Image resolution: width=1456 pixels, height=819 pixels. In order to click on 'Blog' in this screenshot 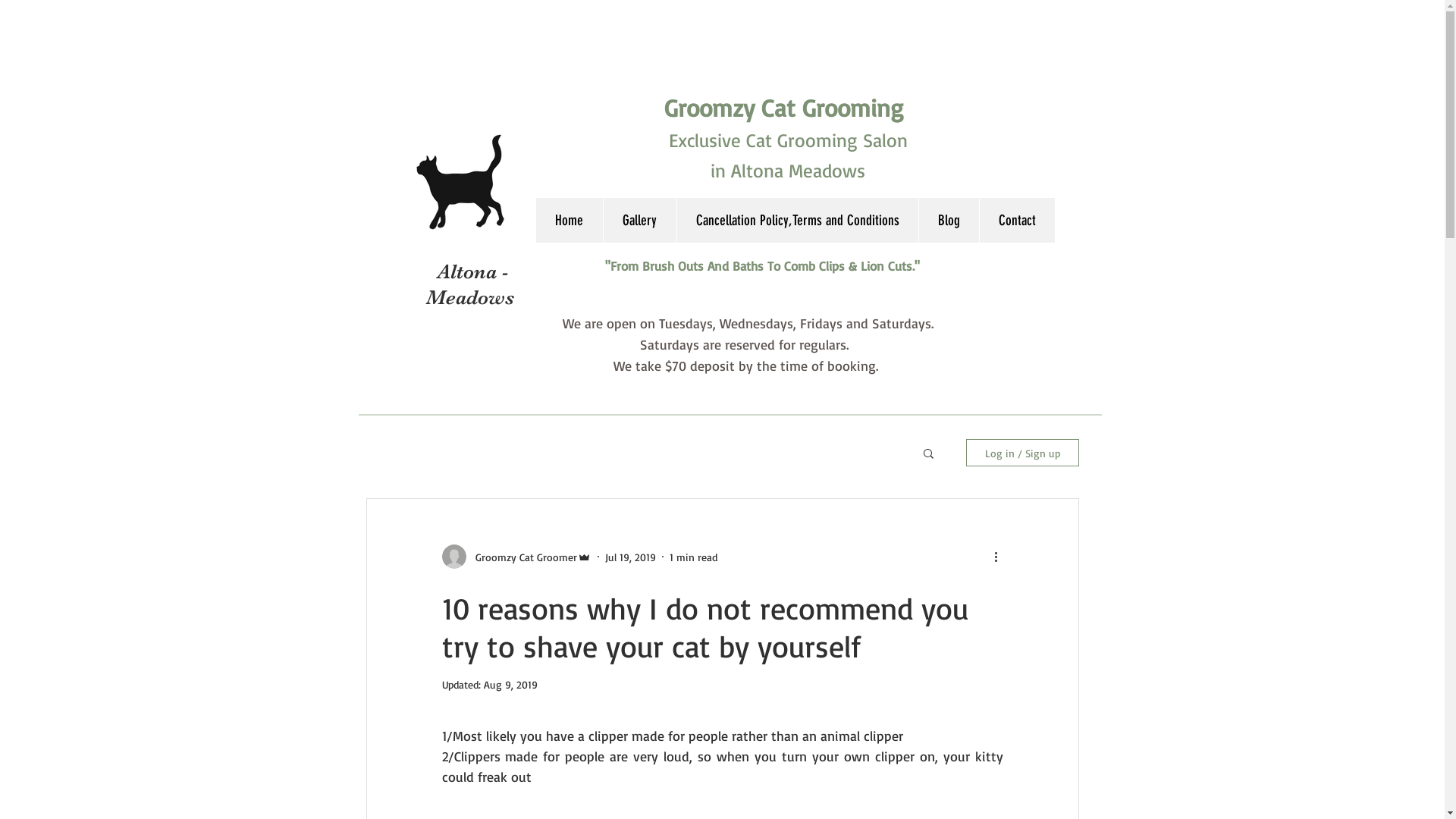, I will do `click(946, 220)`.